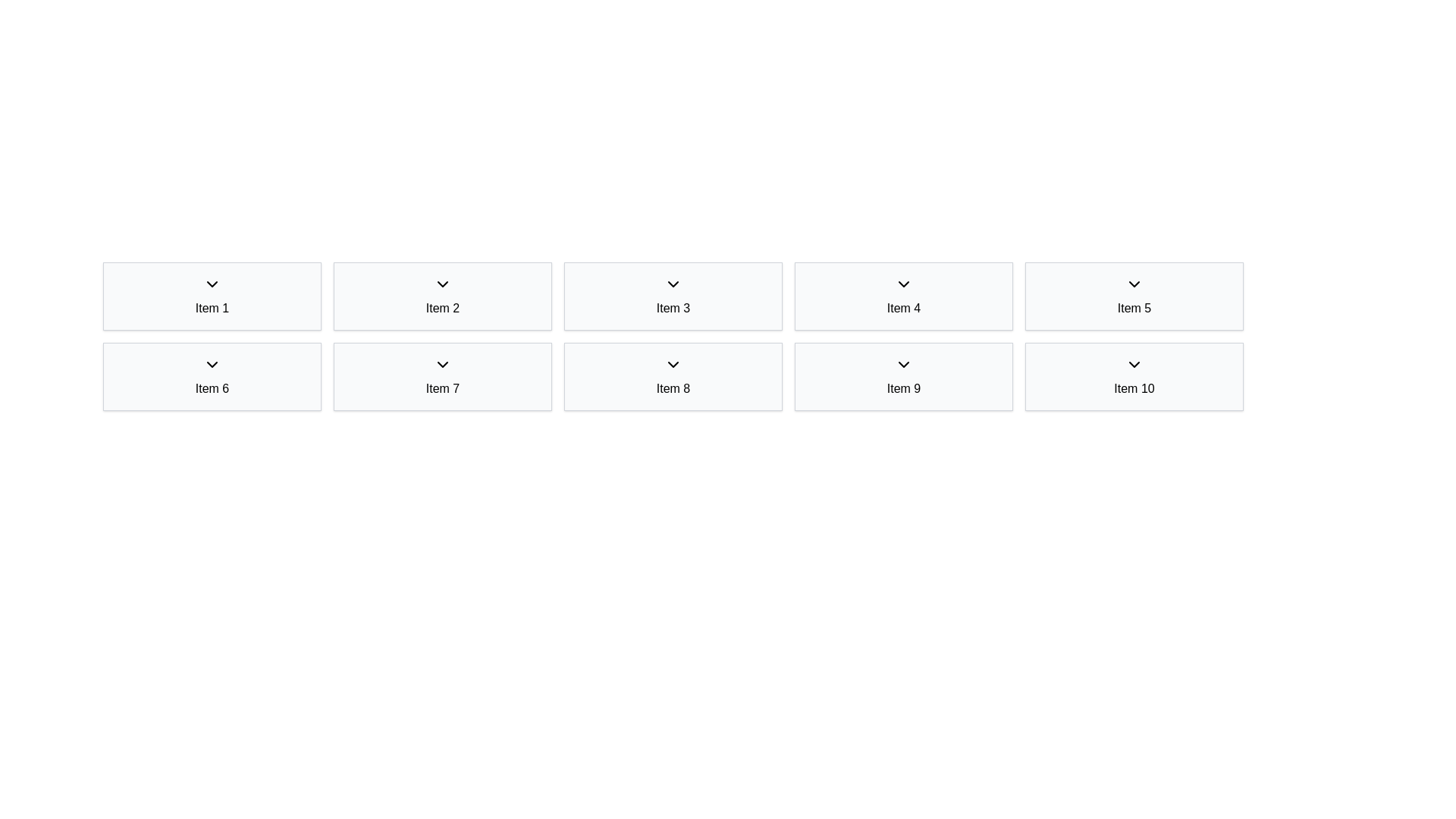 Image resolution: width=1456 pixels, height=819 pixels. I want to click on the chevron-down icon located in the top-right portion of the grid above the text 'Item 5', so click(1134, 284).